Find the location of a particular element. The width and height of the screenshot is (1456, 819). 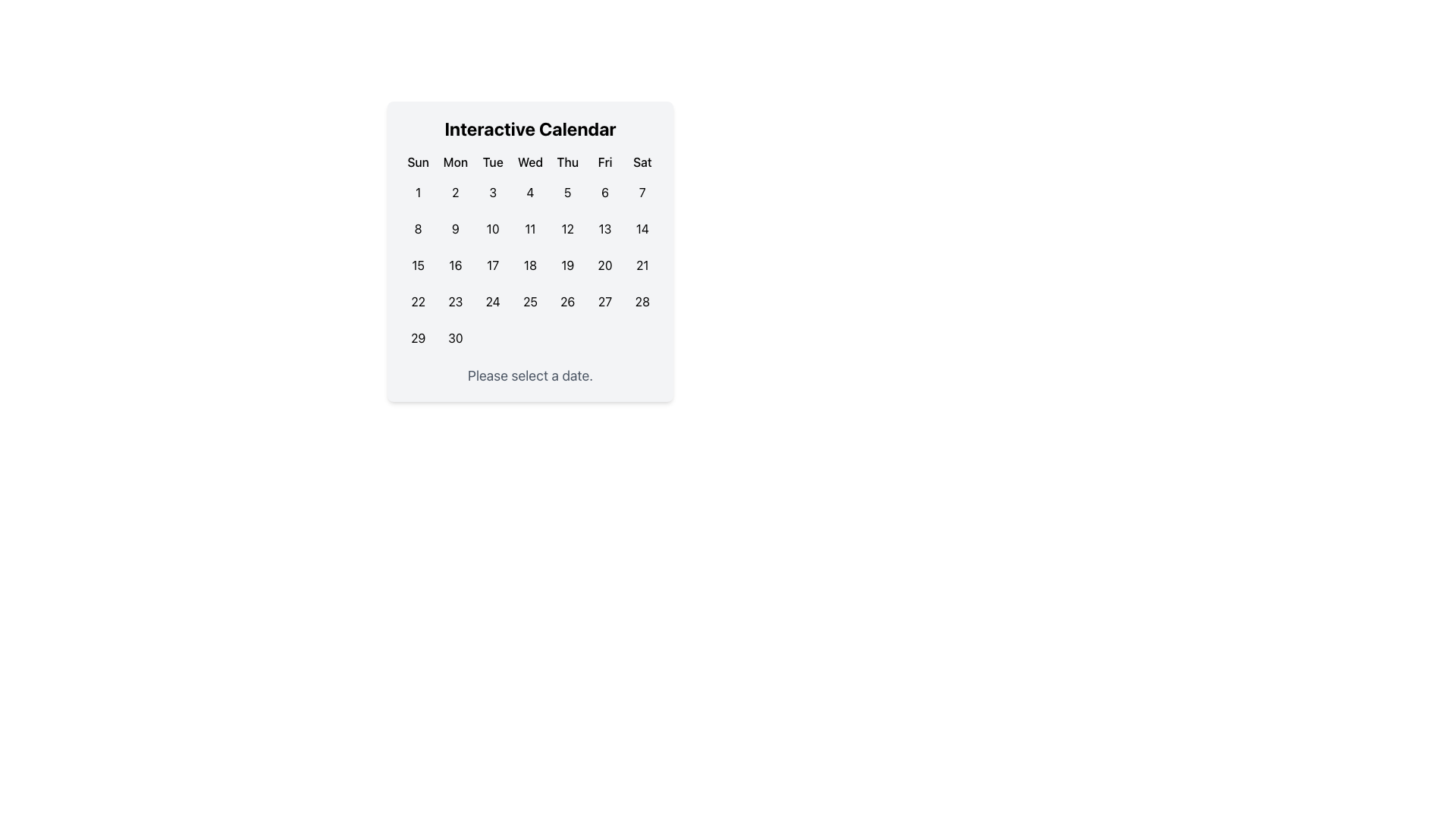

the Text Label for Monday in the calendar header, positioned between 'Sun' and 'Tue' is located at coordinates (454, 162).